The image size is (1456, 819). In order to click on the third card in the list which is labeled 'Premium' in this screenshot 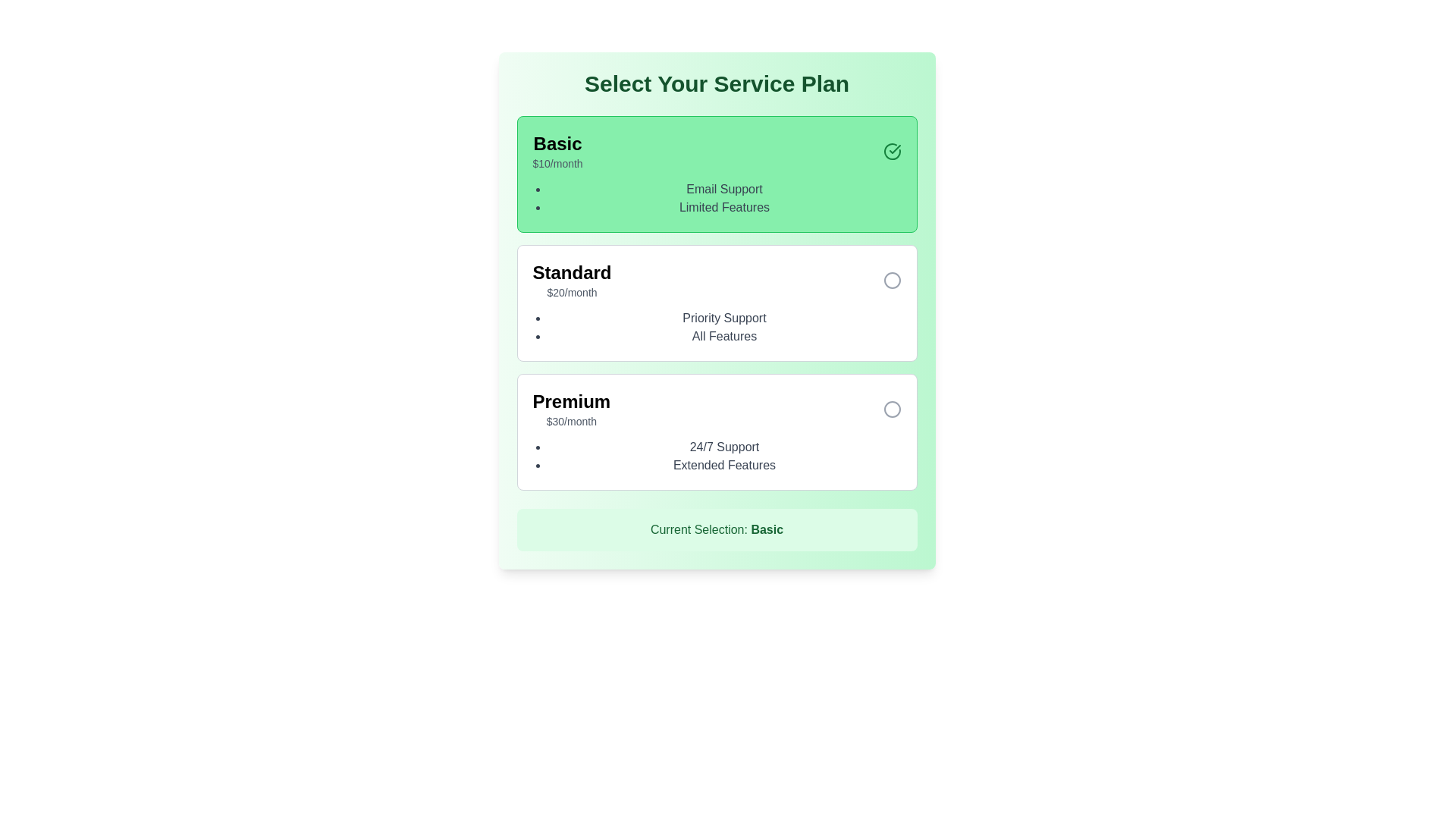, I will do `click(716, 432)`.